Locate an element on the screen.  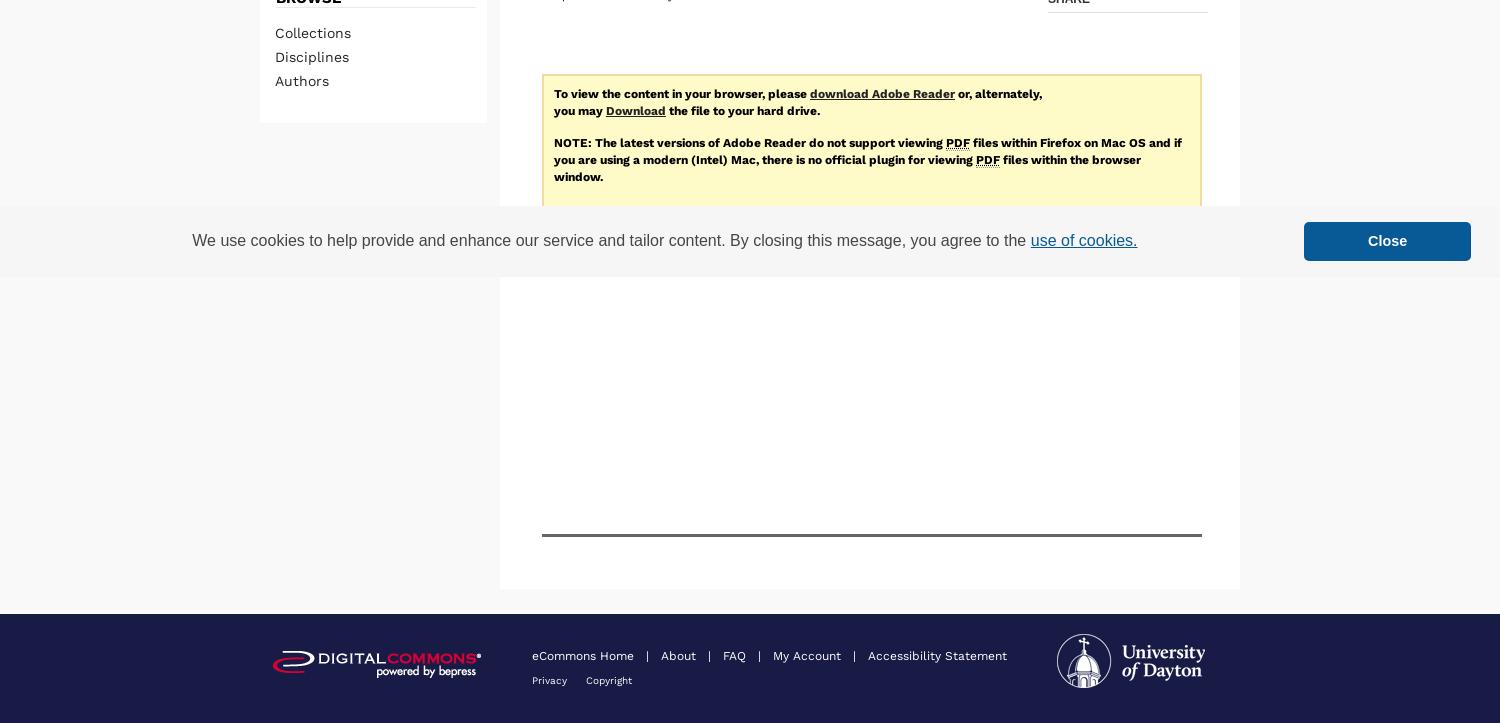
'Disciplines' is located at coordinates (312, 56).